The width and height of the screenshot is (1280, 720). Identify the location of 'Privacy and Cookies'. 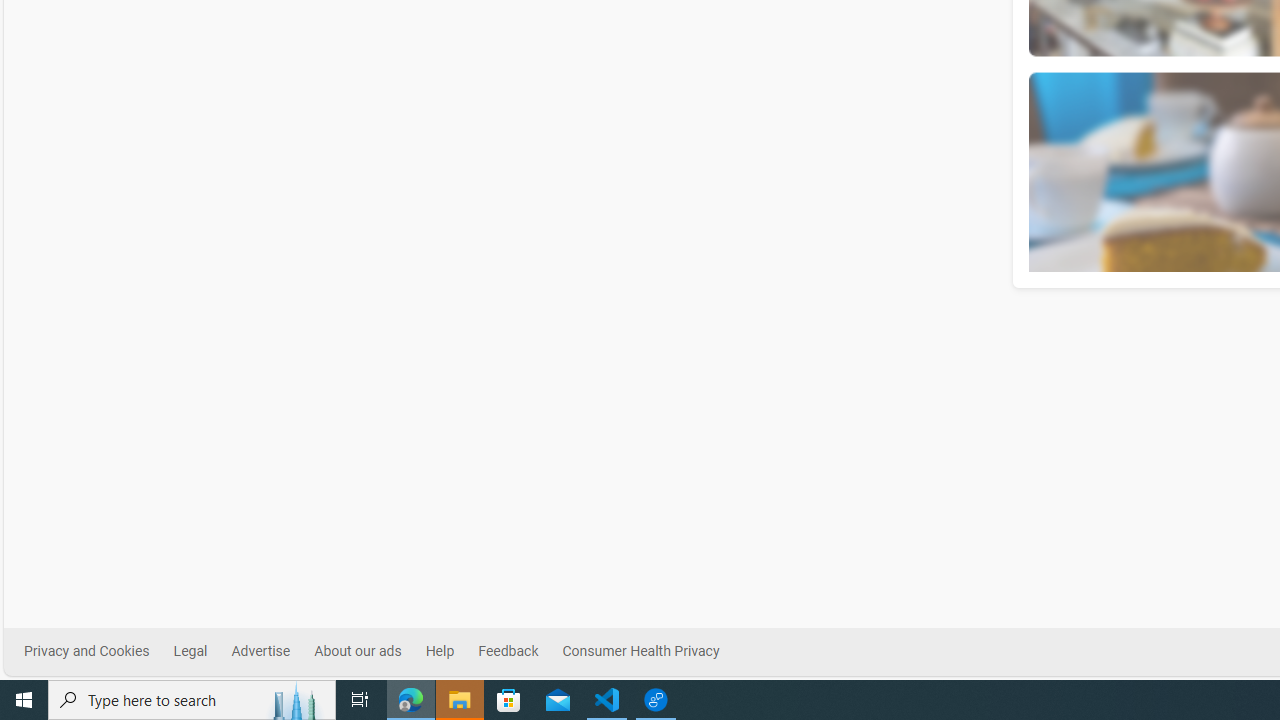
(98, 651).